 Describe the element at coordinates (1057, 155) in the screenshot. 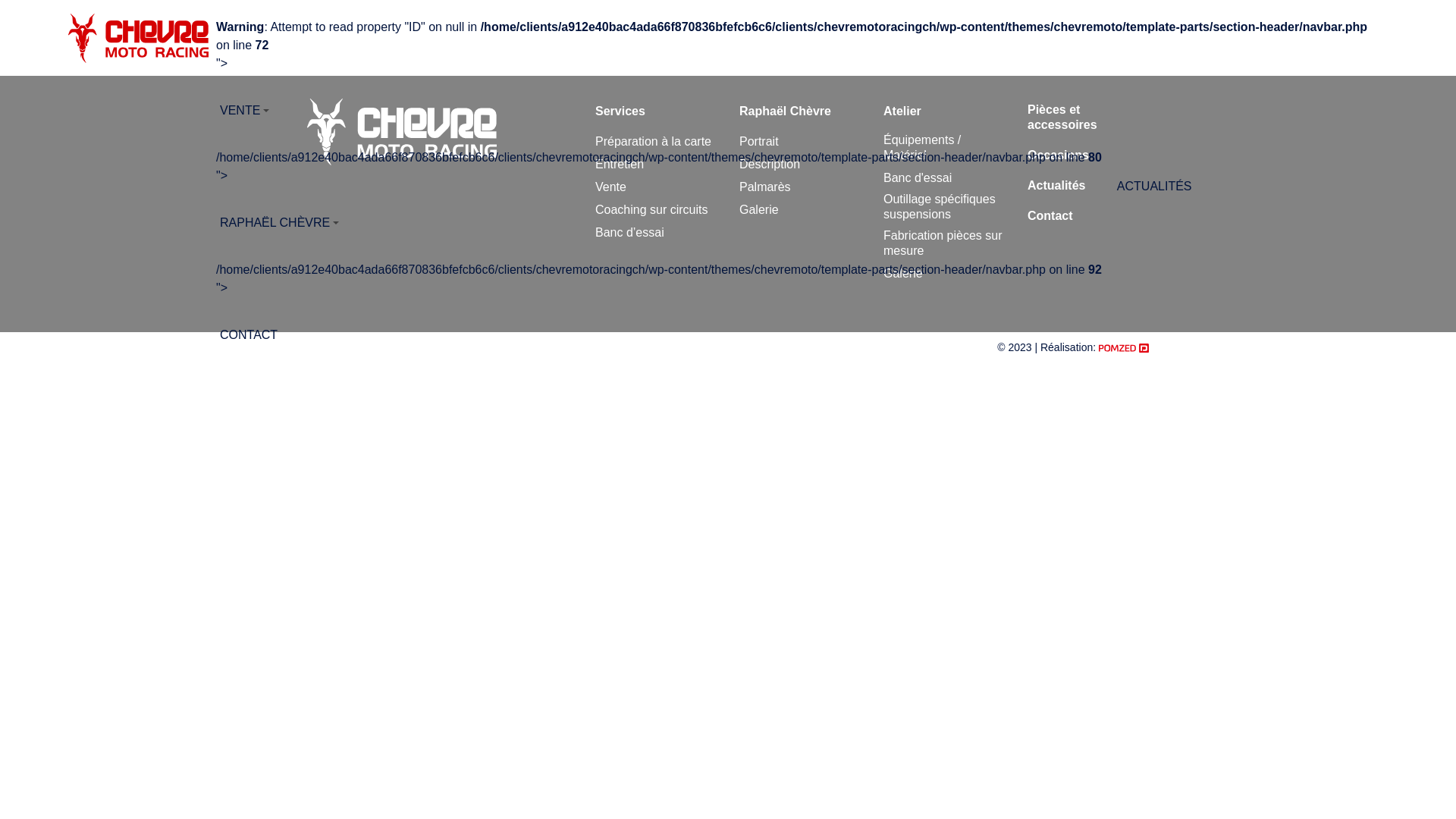

I see `'Occasions'` at that location.